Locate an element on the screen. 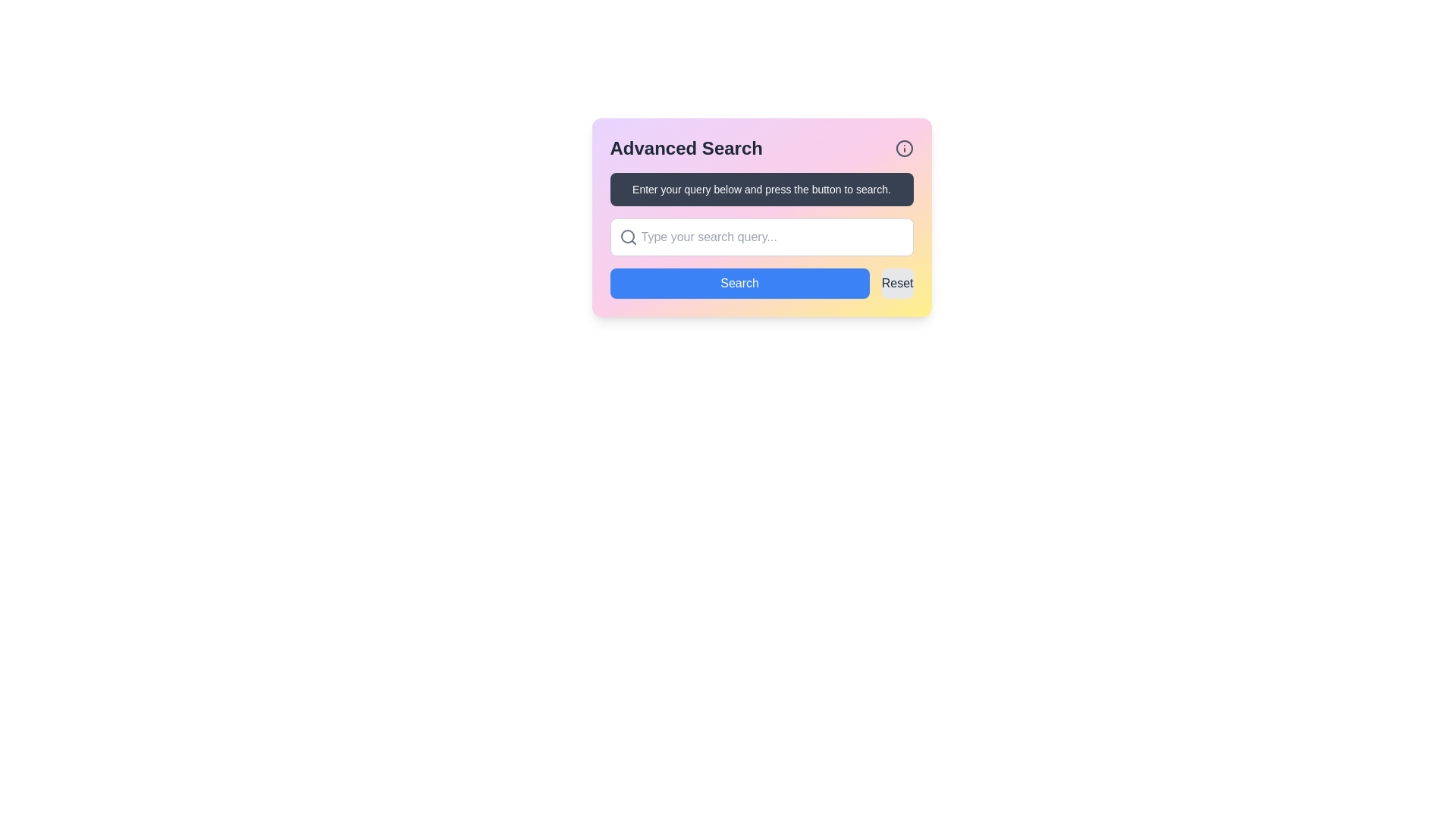 Image resolution: width=1456 pixels, height=819 pixels. the SVG circle located in the top-right corner of the main application's search panel, which is part of an informational or decorative icon is located at coordinates (904, 149).